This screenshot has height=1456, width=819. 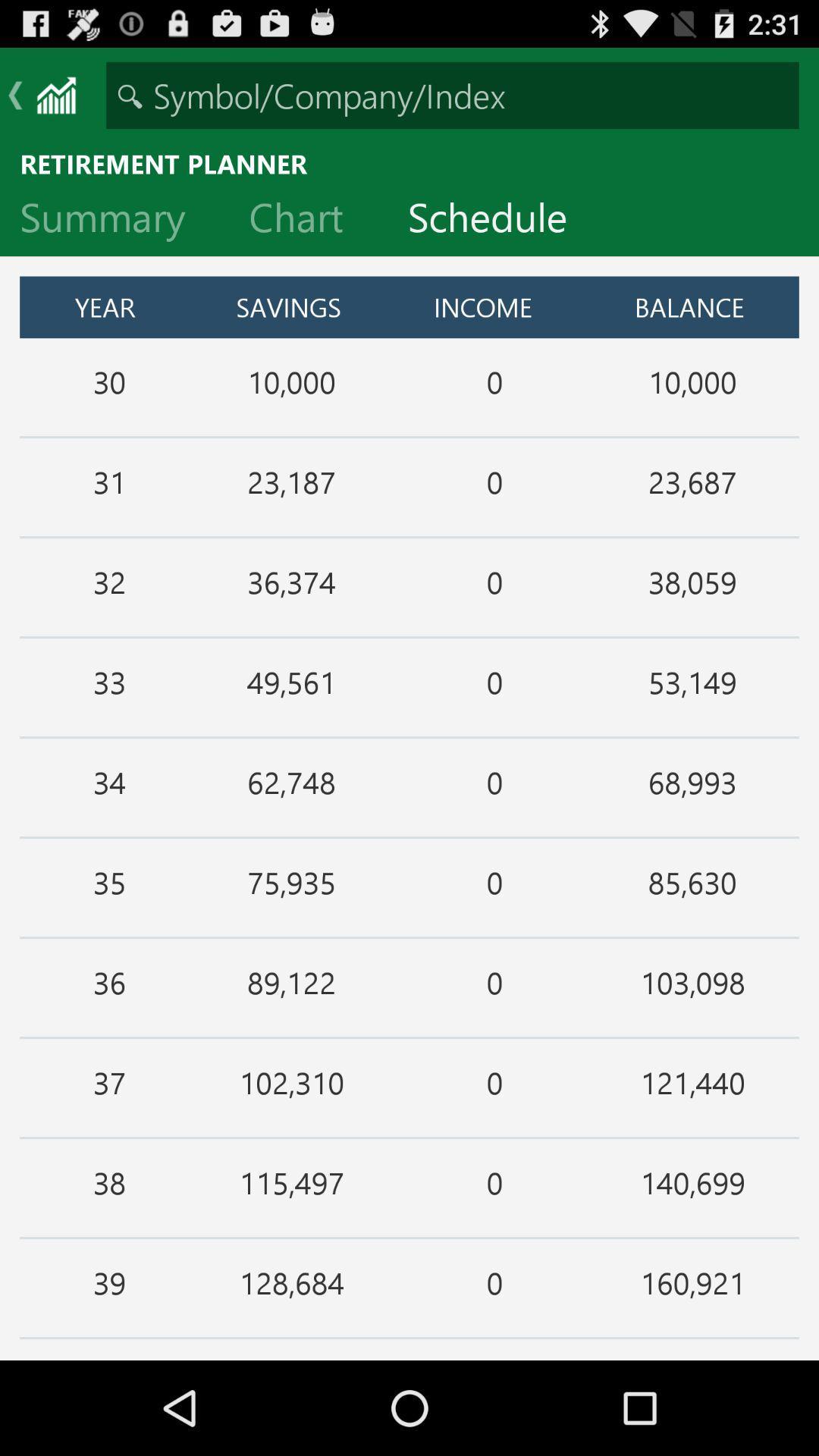 What do you see at coordinates (307, 220) in the screenshot?
I see `the item next to the schedule` at bounding box center [307, 220].